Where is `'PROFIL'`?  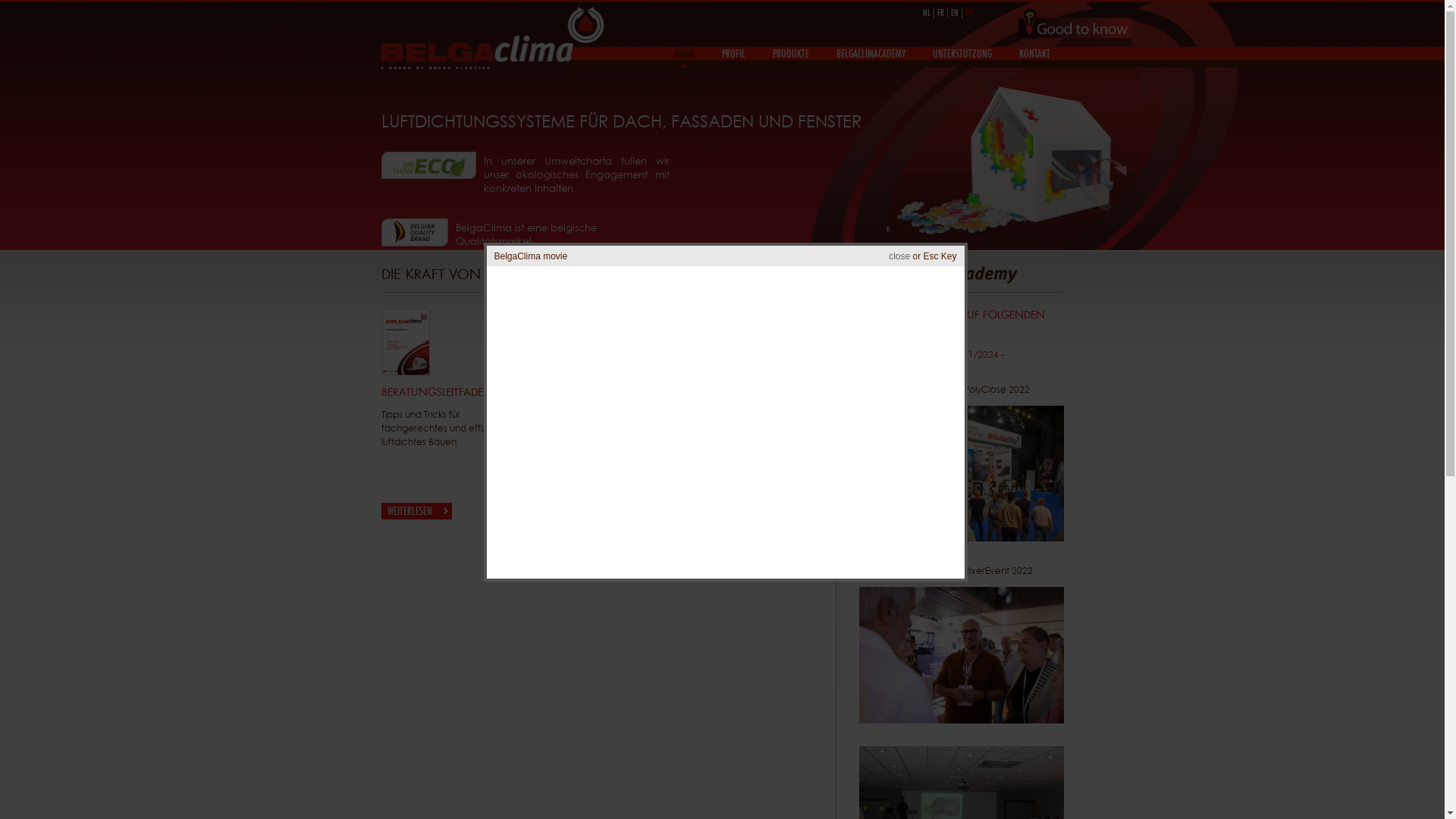 'PROFIL' is located at coordinates (733, 52).